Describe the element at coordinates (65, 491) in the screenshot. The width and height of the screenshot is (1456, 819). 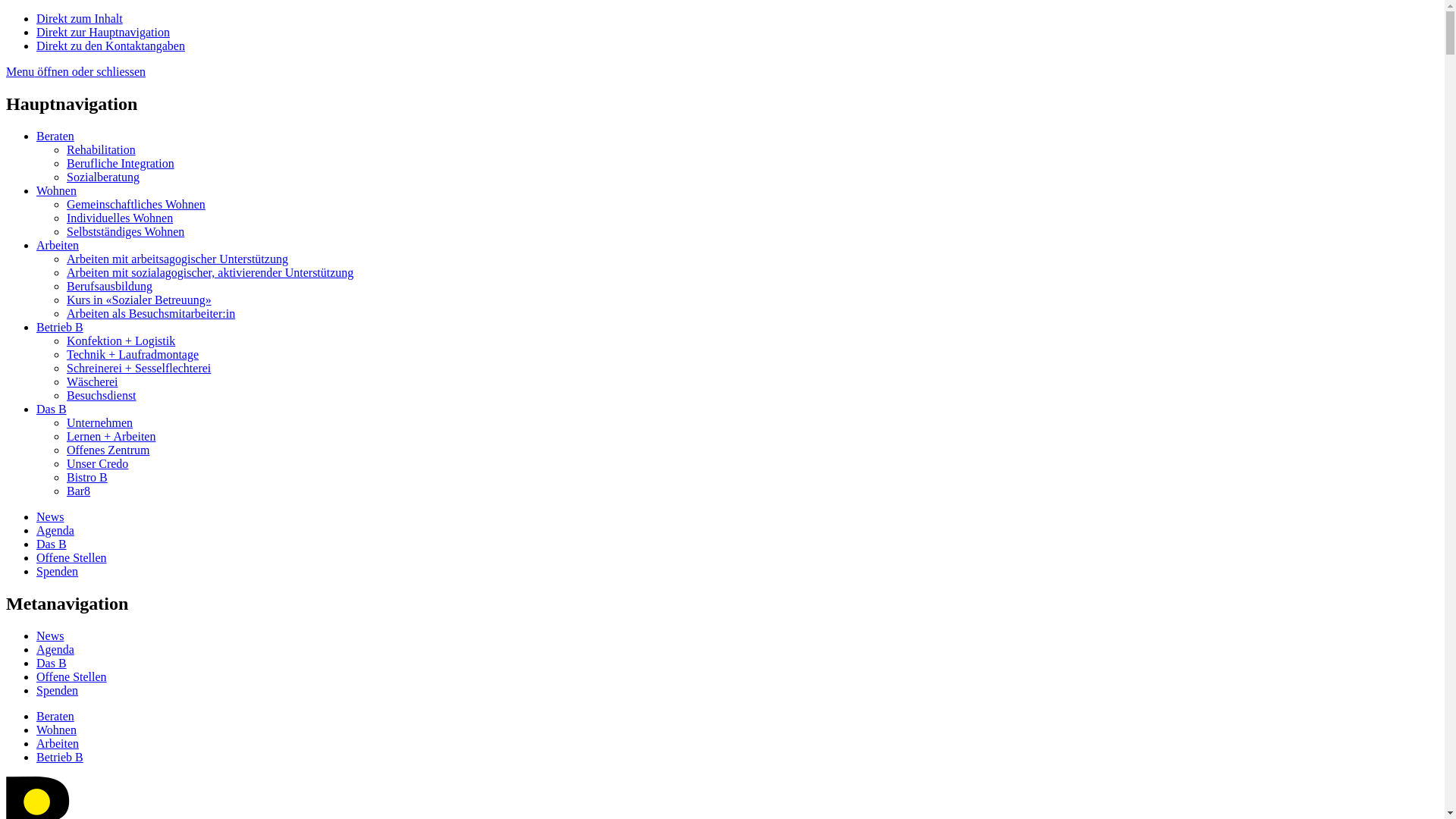
I see `'Bar8'` at that location.